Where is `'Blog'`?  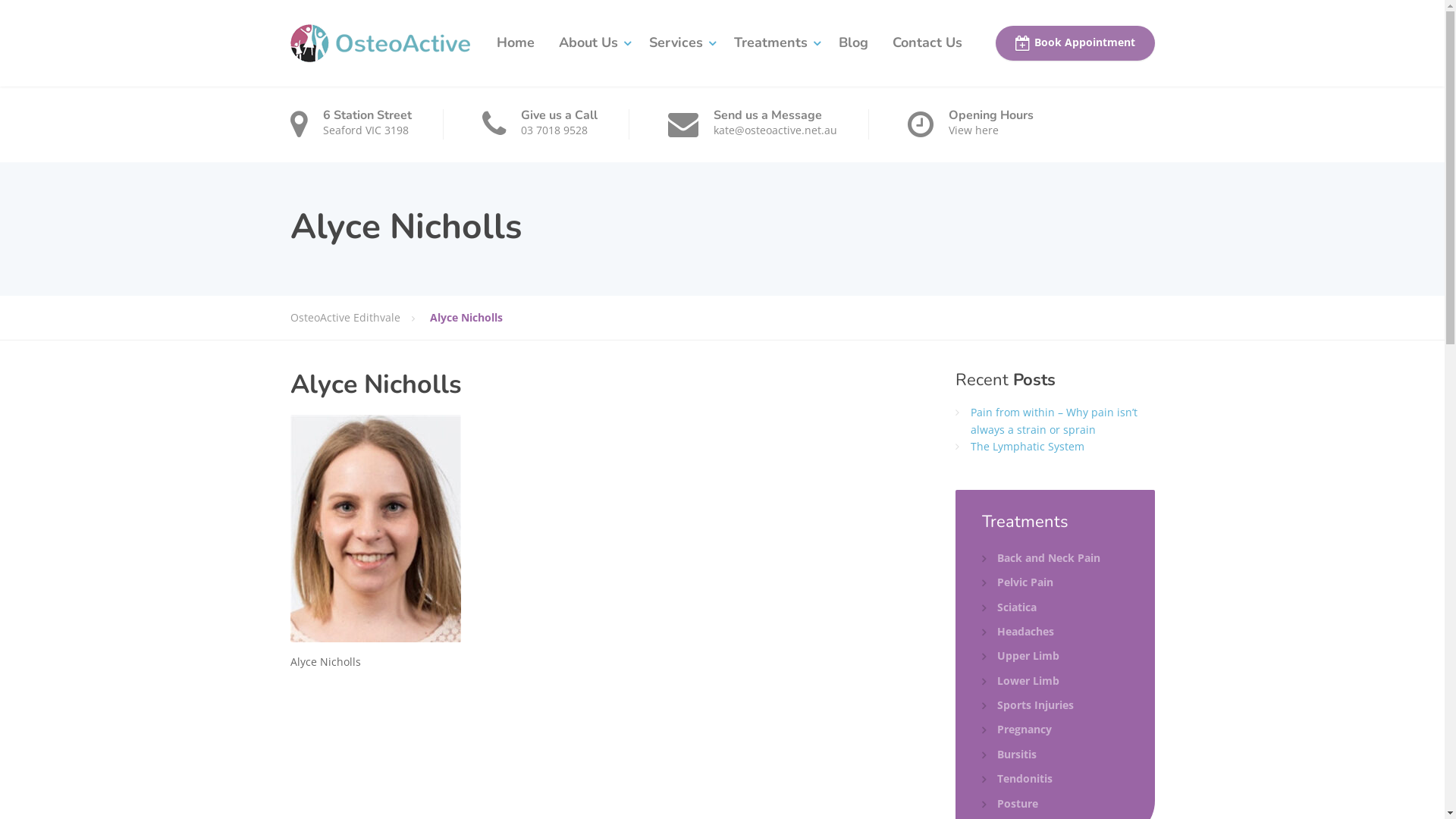
'Blog' is located at coordinates (853, 42).